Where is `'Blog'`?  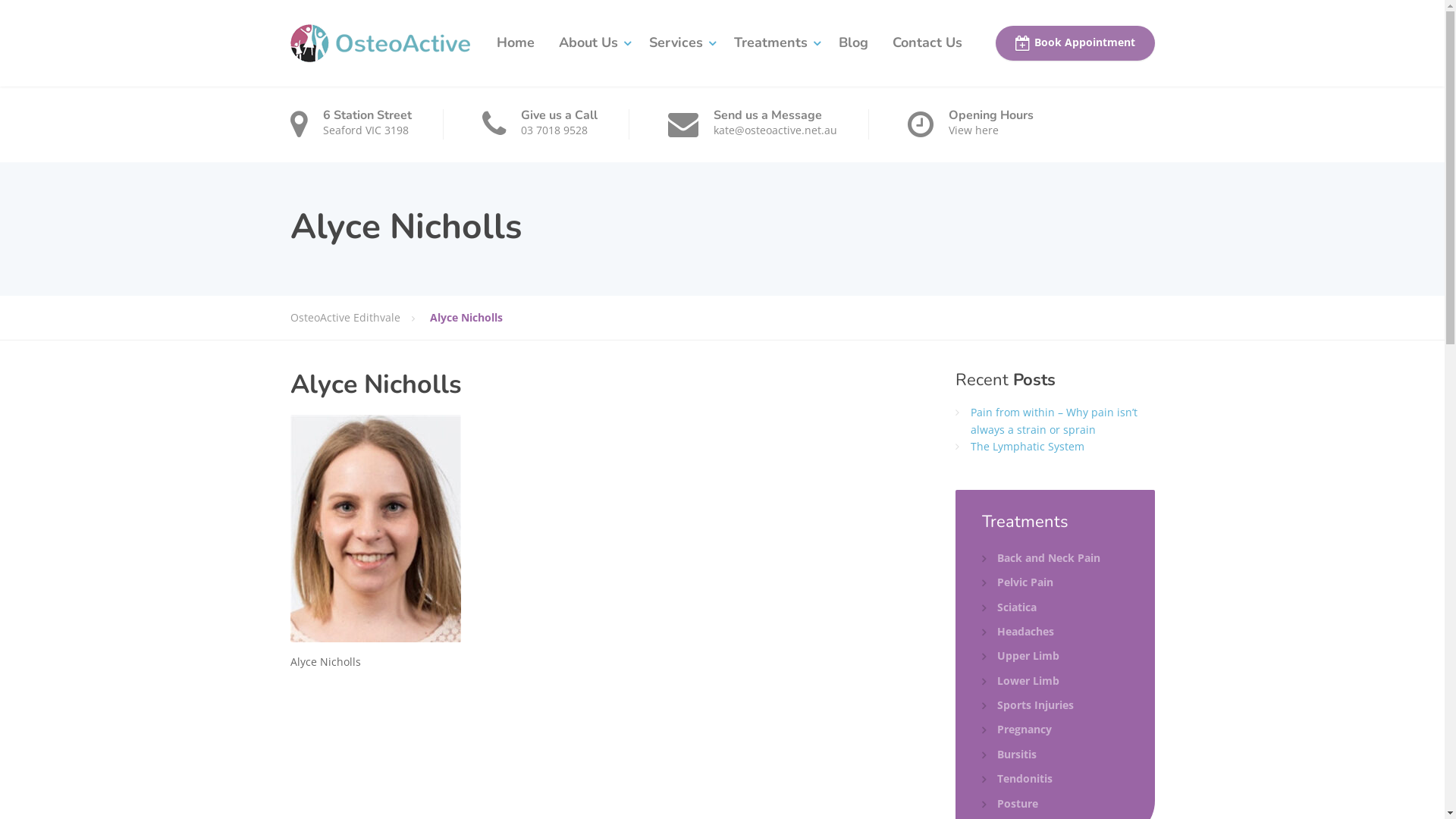
'Blog' is located at coordinates (853, 42).